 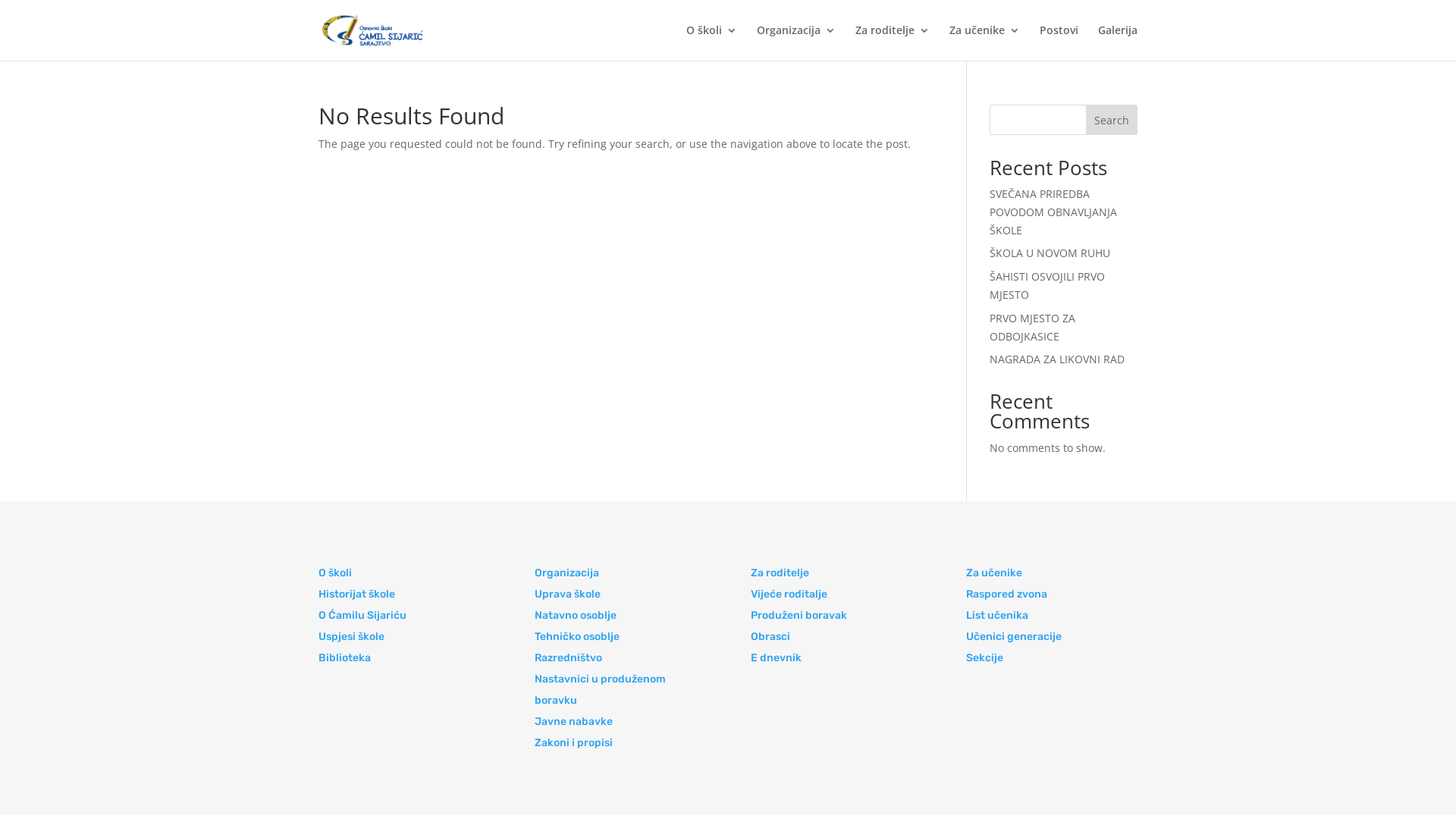 I want to click on 'Javne nabavke', so click(x=573, y=720).